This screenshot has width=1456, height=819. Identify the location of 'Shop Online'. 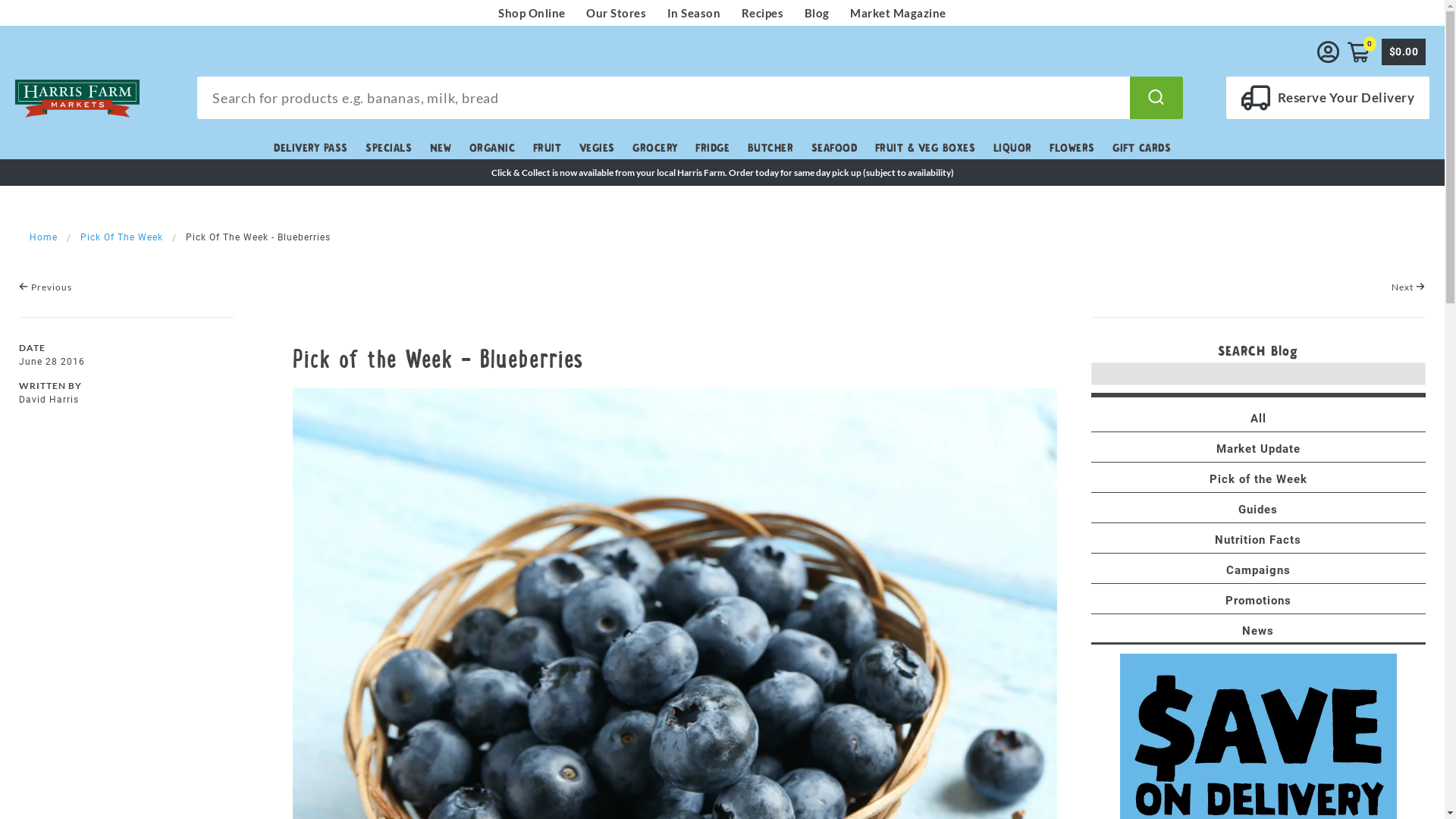
(532, 12).